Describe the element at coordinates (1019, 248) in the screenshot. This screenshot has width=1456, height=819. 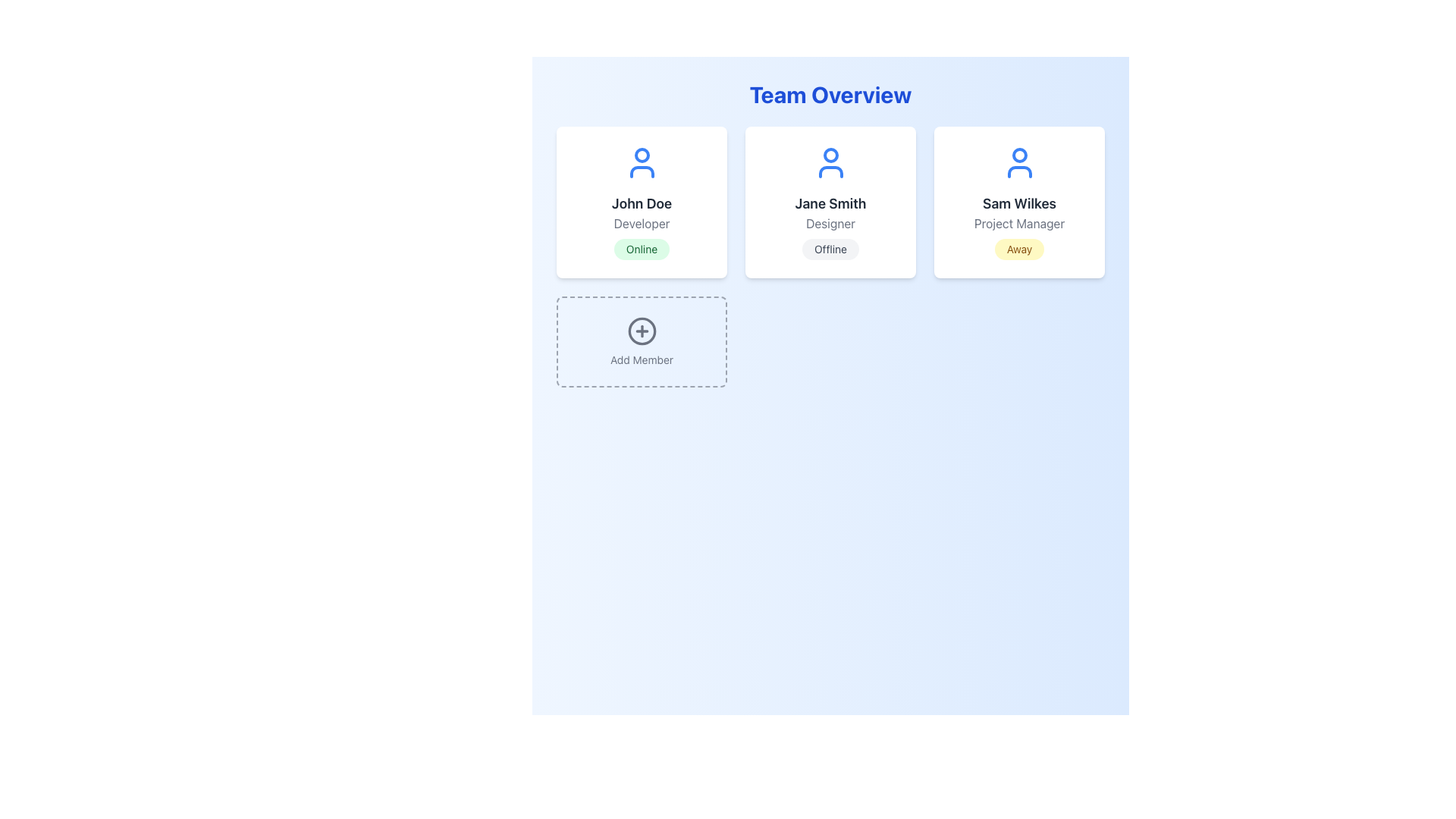
I see `the non-interactive badge labeled 'Away' with a yellow background located at the bottom center of the card for 'Sam Wilkes', the Project Manager` at that location.